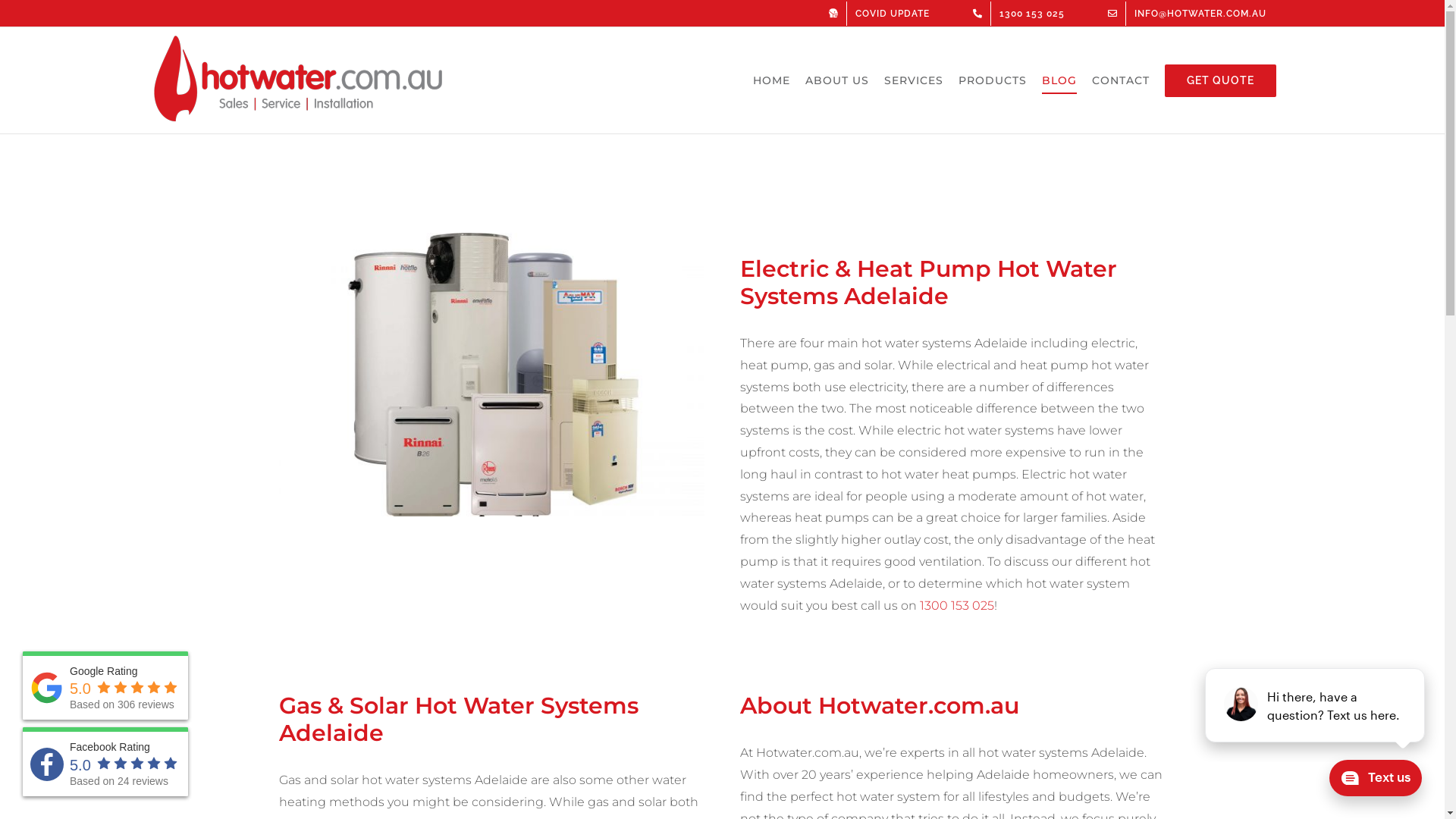 This screenshot has height=819, width=1456. What do you see at coordinates (1121, 80) in the screenshot?
I see `'CONTACT'` at bounding box center [1121, 80].